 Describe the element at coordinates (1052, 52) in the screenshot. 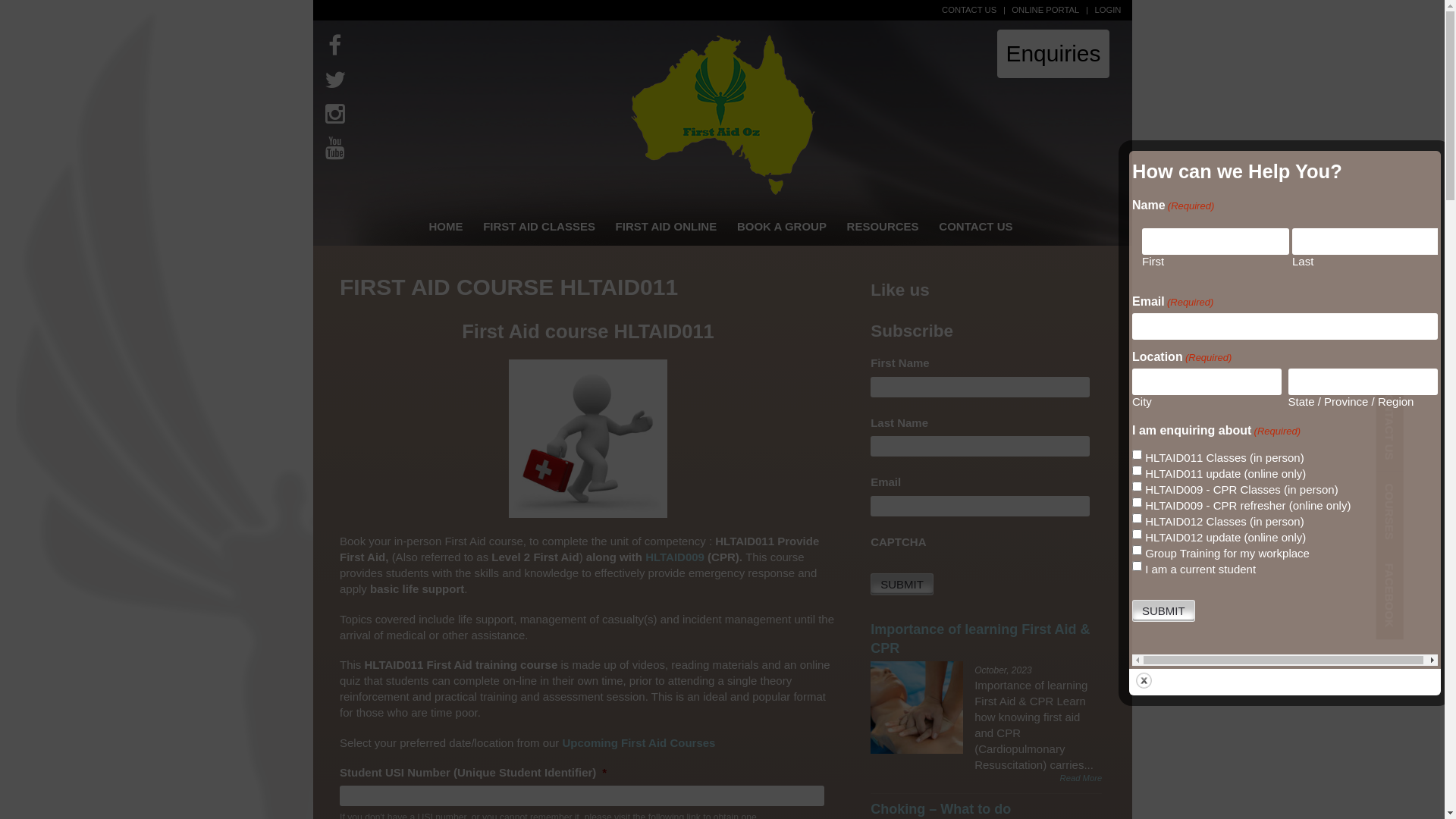

I see `'Enquiries'` at that location.